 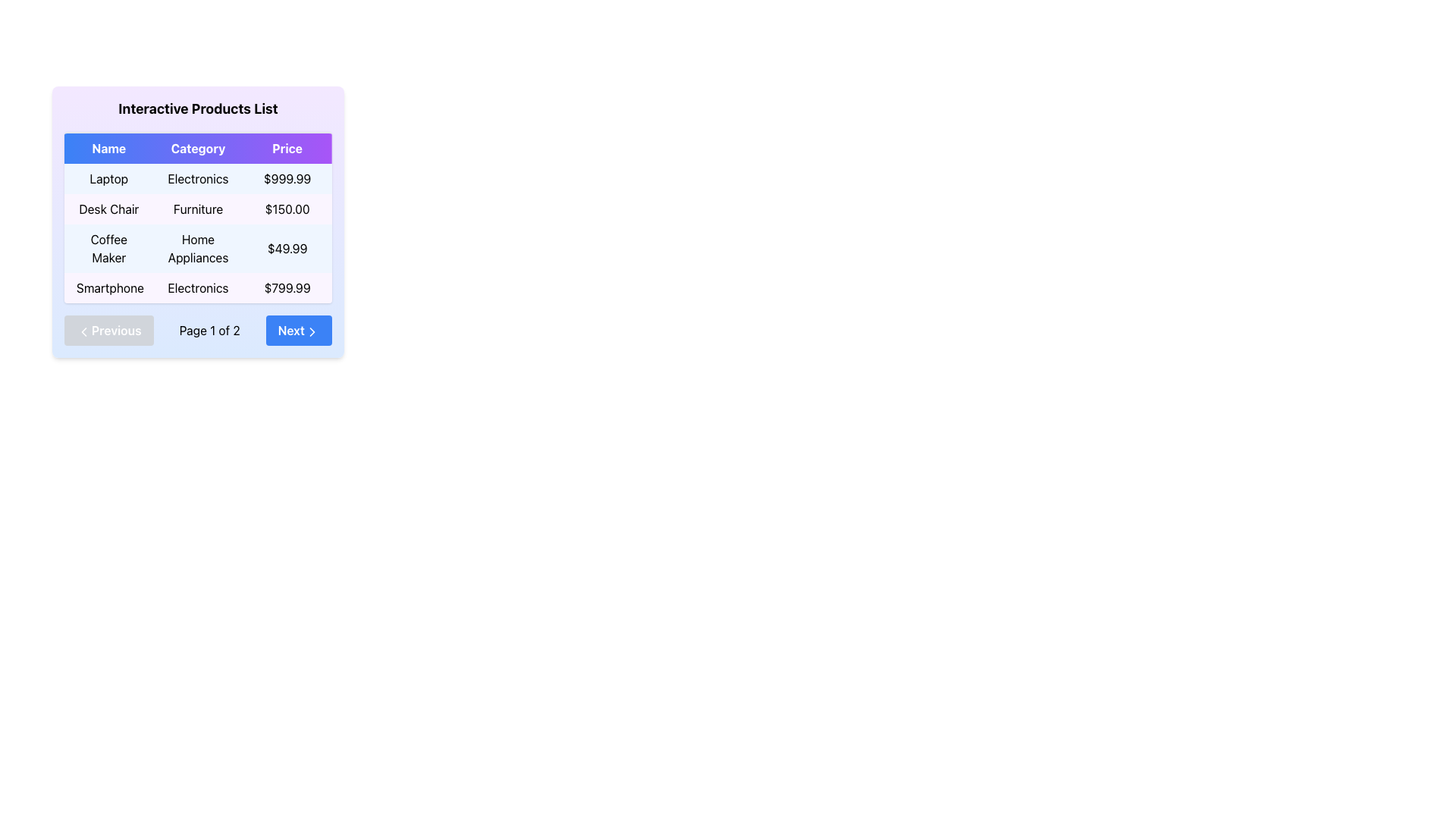 What do you see at coordinates (108, 209) in the screenshot?
I see `the static text label displaying 'Desk Chair' located in the second row under the 'Name' column of the table` at bounding box center [108, 209].